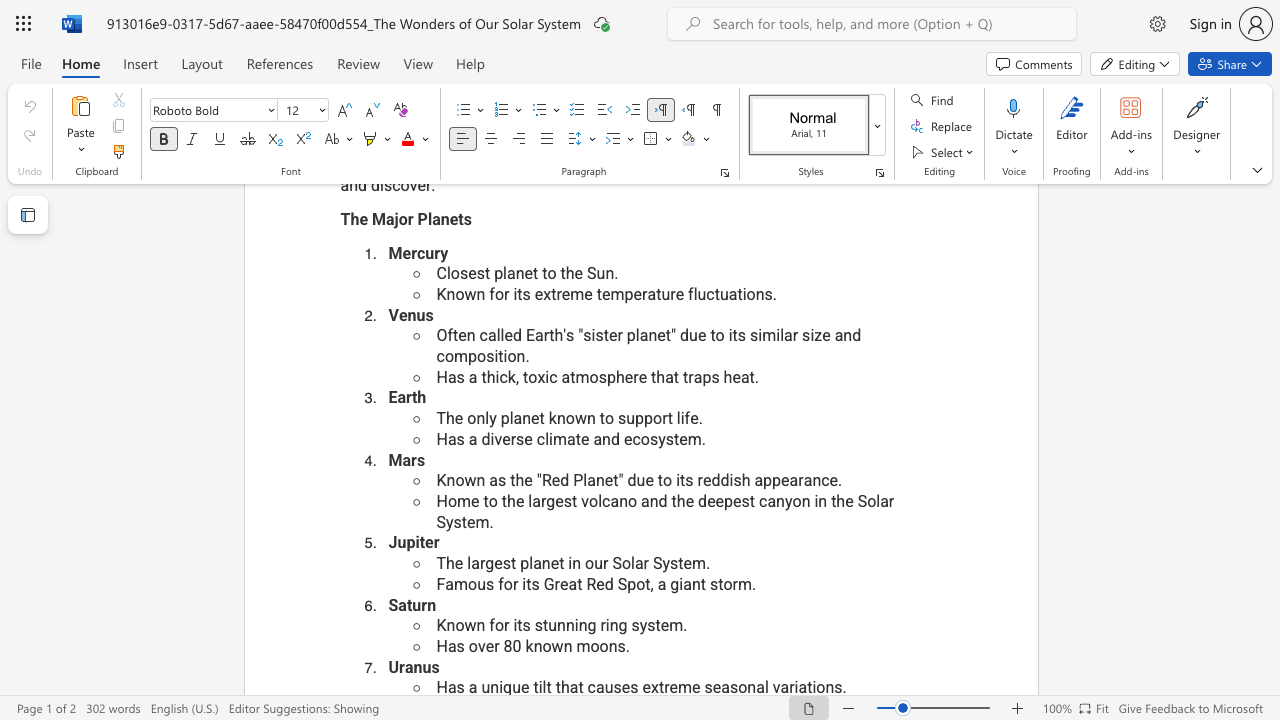 Image resolution: width=1280 pixels, height=720 pixels. Describe the element at coordinates (683, 563) in the screenshot. I see `the subset text "em." within the text "The largest planet in our Solar System."` at that location.